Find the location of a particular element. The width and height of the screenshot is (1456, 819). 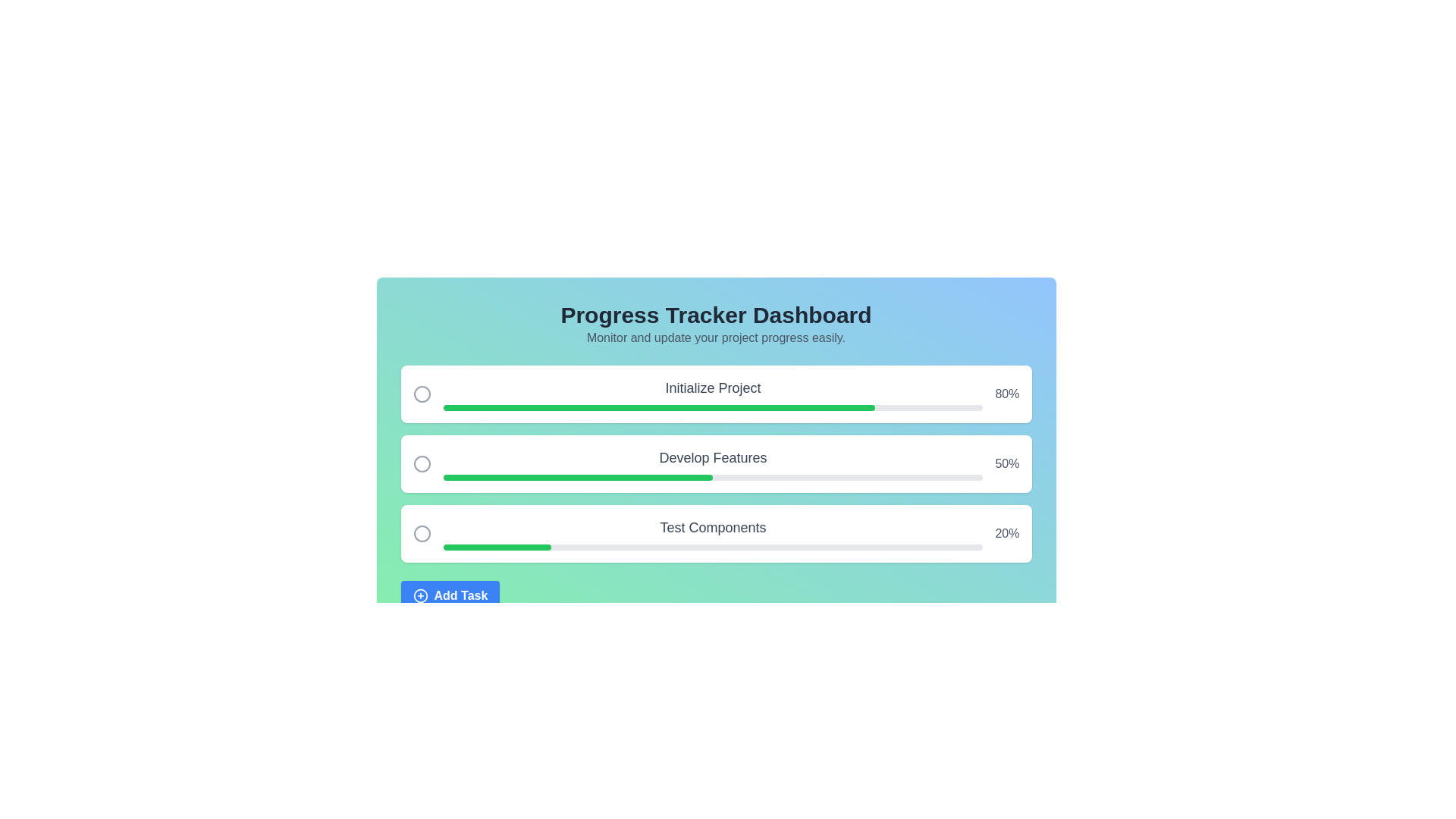

the 'Initialize Project' text label, which is the first task is located at coordinates (712, 388).